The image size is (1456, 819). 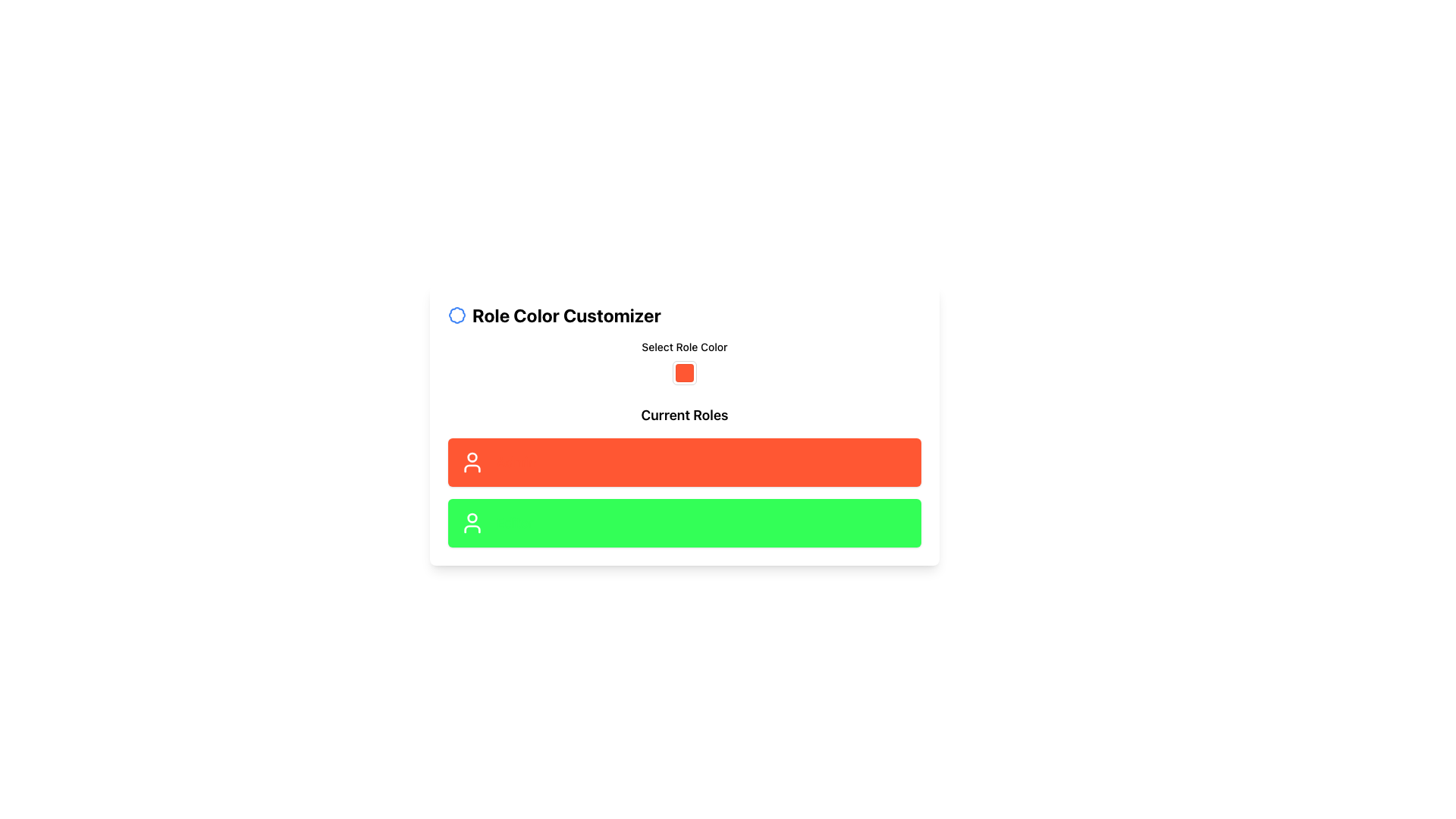 I want to click on the appearance of the graphical icon or SVG element located at the top-left corner of the interface, next to the title 'Role Color Customizer', so click(x=457, y=315).